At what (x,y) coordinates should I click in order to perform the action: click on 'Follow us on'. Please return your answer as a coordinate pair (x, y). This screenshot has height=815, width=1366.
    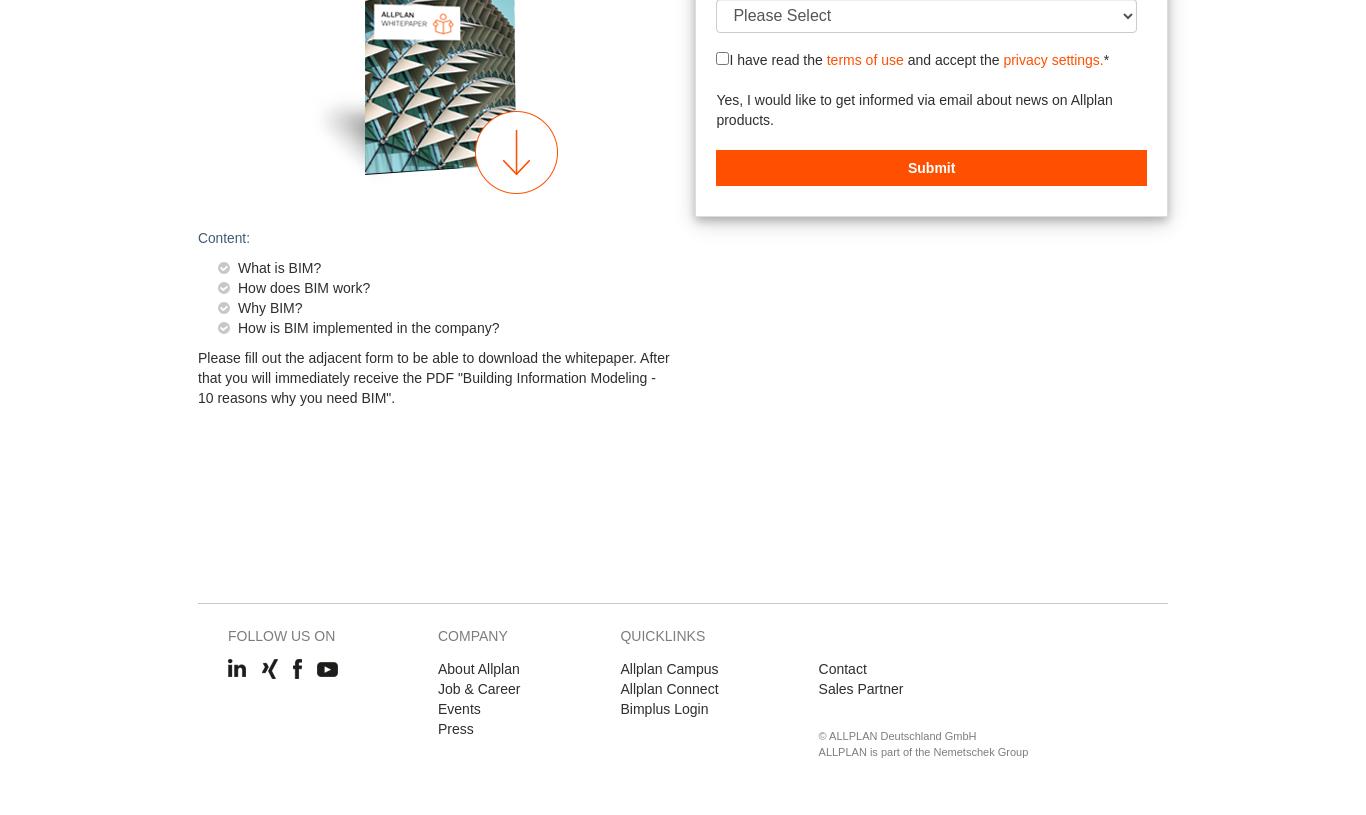
    Looking at the image, I should click on (281, 635).